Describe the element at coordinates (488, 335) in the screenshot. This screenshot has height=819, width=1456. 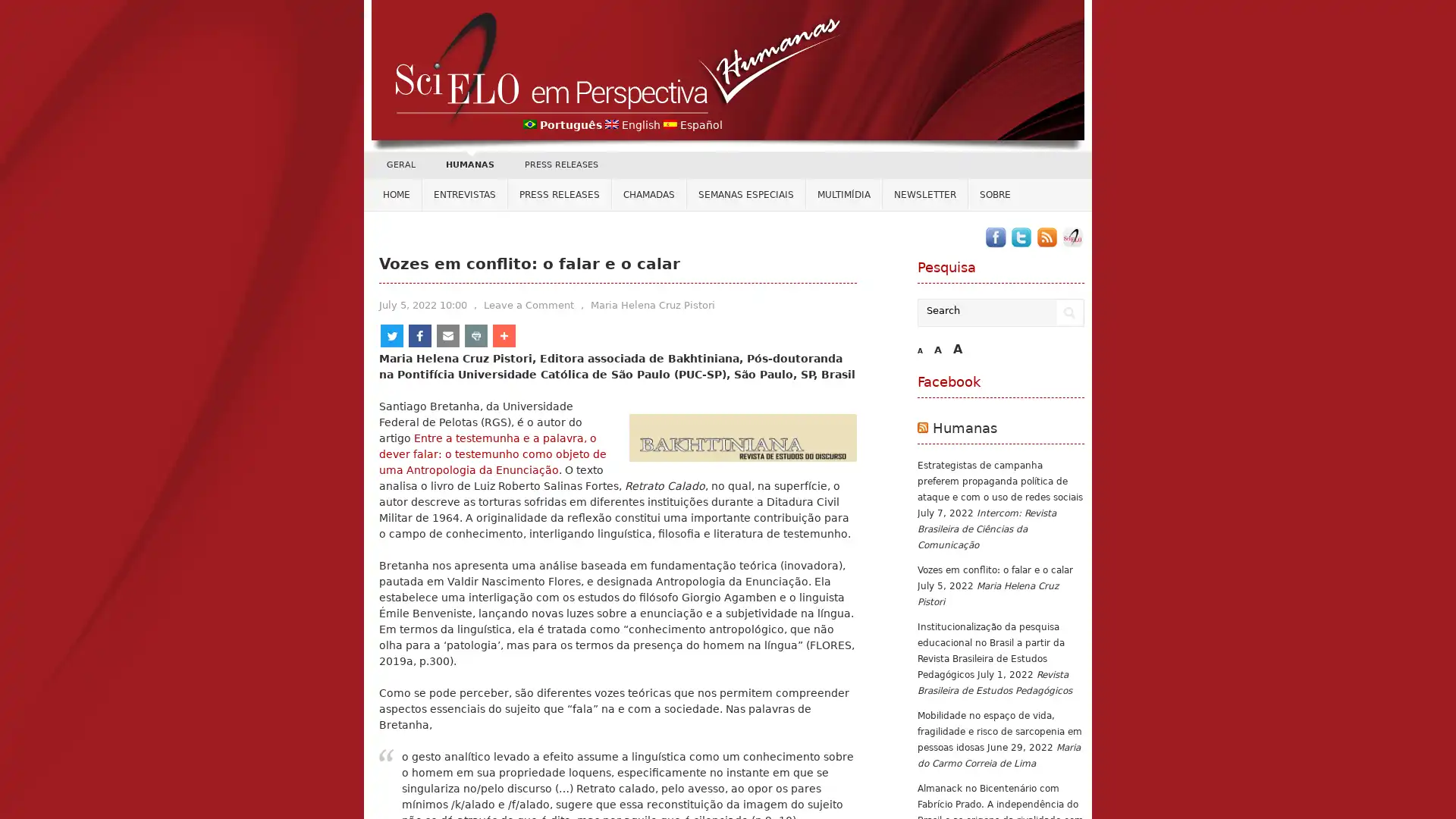
I see `Share to Facebook Facebook` at that location.